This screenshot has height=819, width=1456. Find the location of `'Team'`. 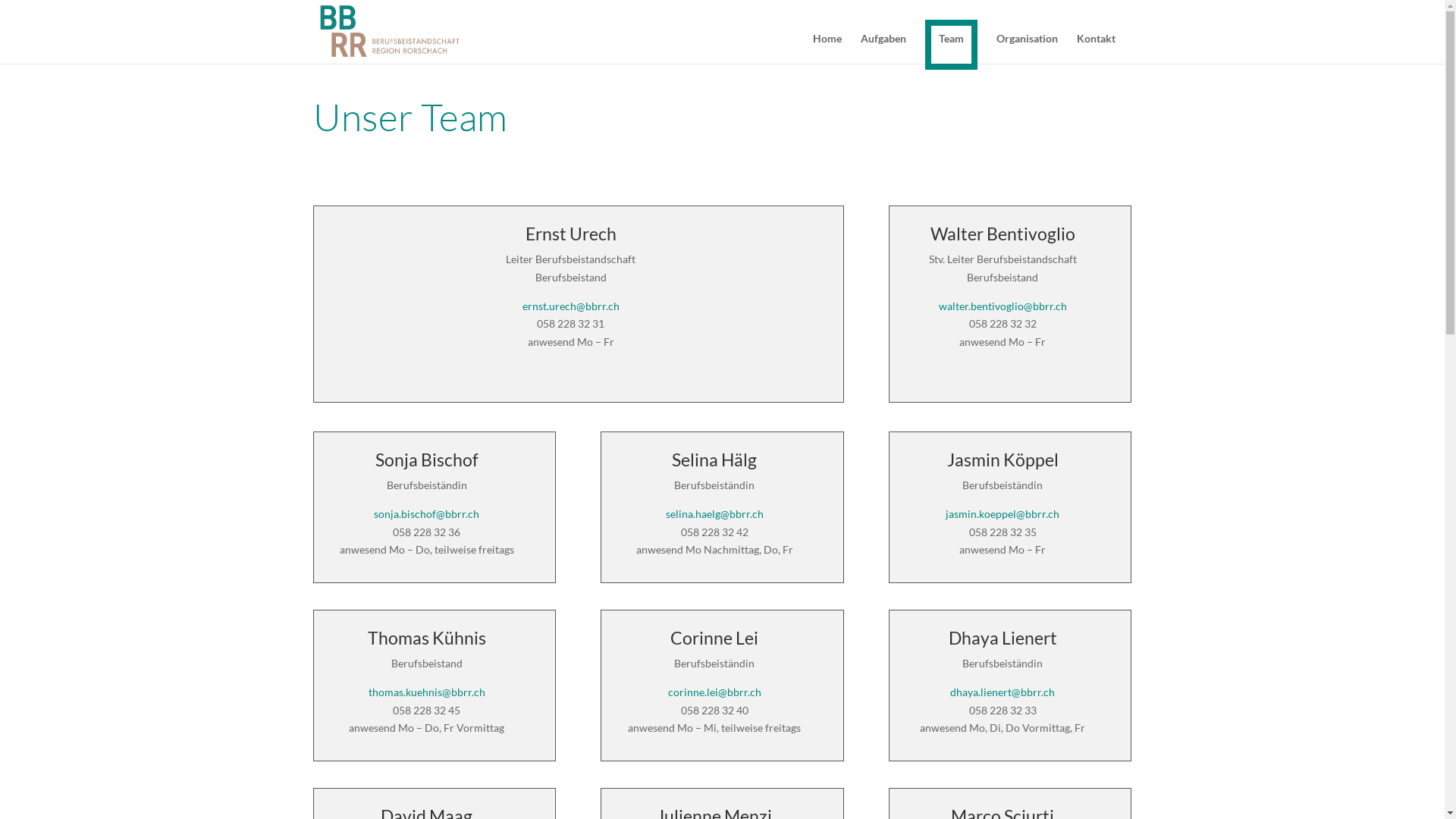

'Team' is located at coordinates (924, 43).